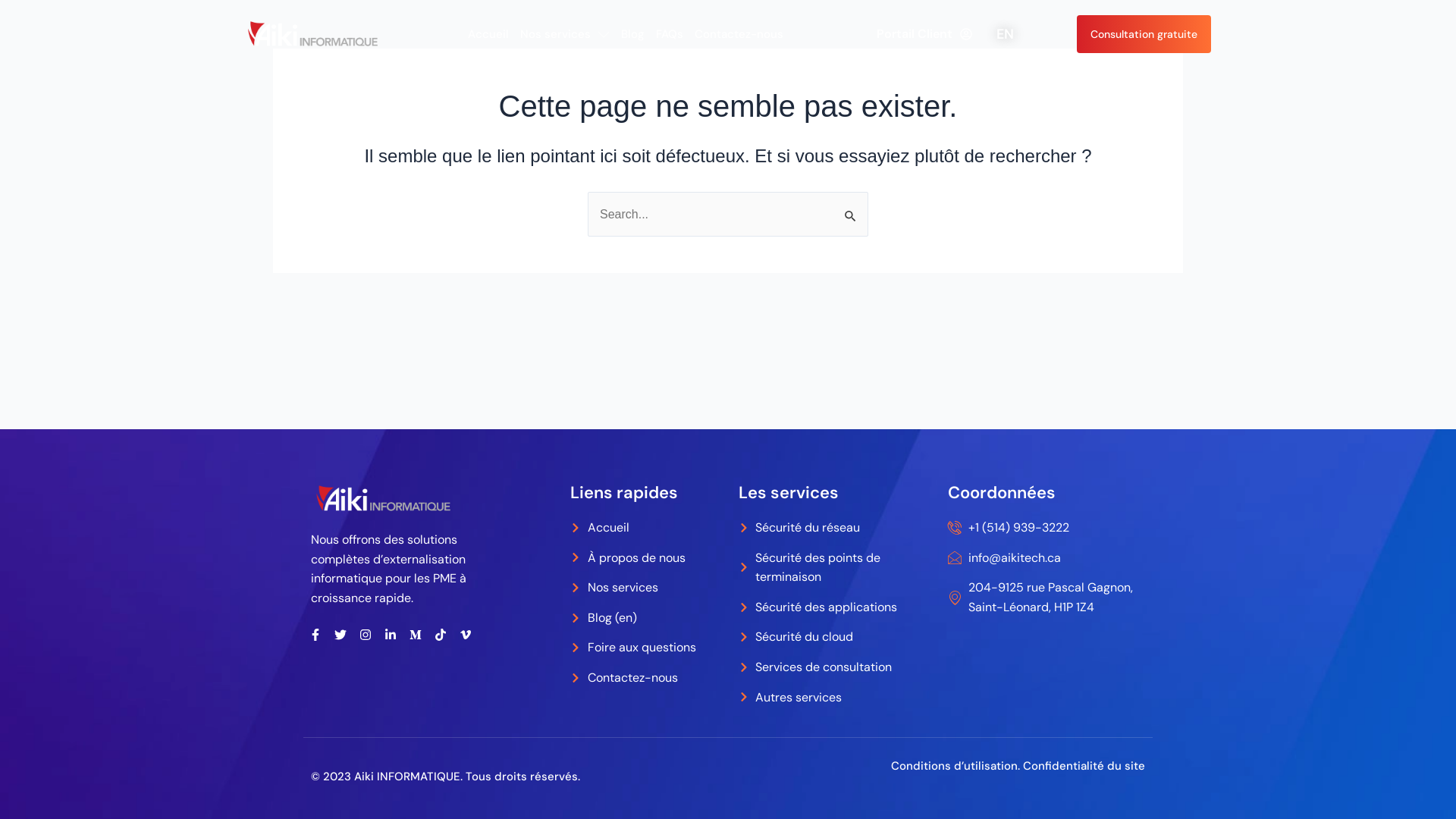  What do you see at coordinates (465, 635) in the screenshot?
I see `'Vimeo-v'` at bounding box center [465, 635].